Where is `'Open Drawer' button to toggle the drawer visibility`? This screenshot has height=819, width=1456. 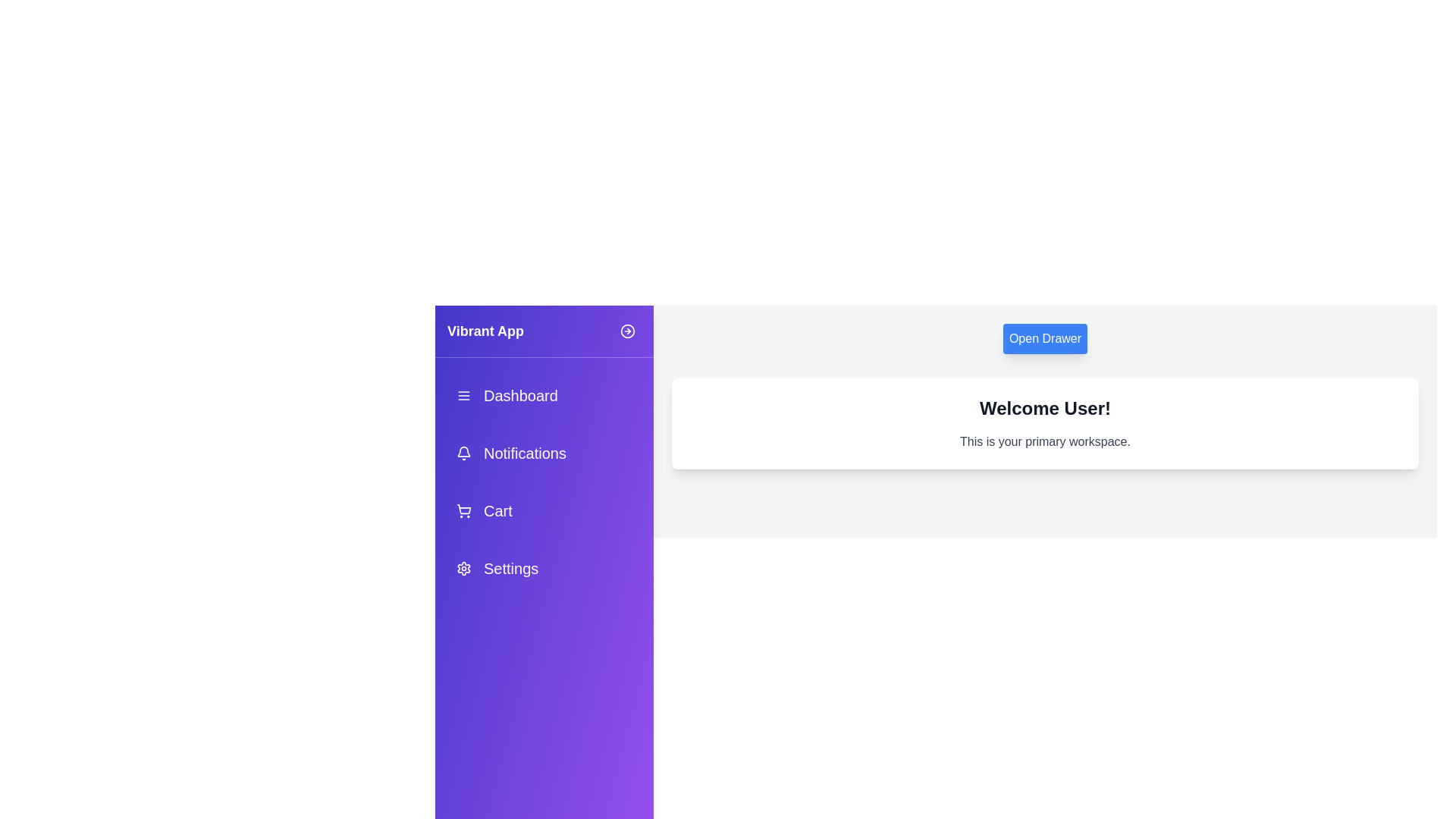 'Open Drawer' button to toggle the drawer visibility is located at coordinates (1044, 338).